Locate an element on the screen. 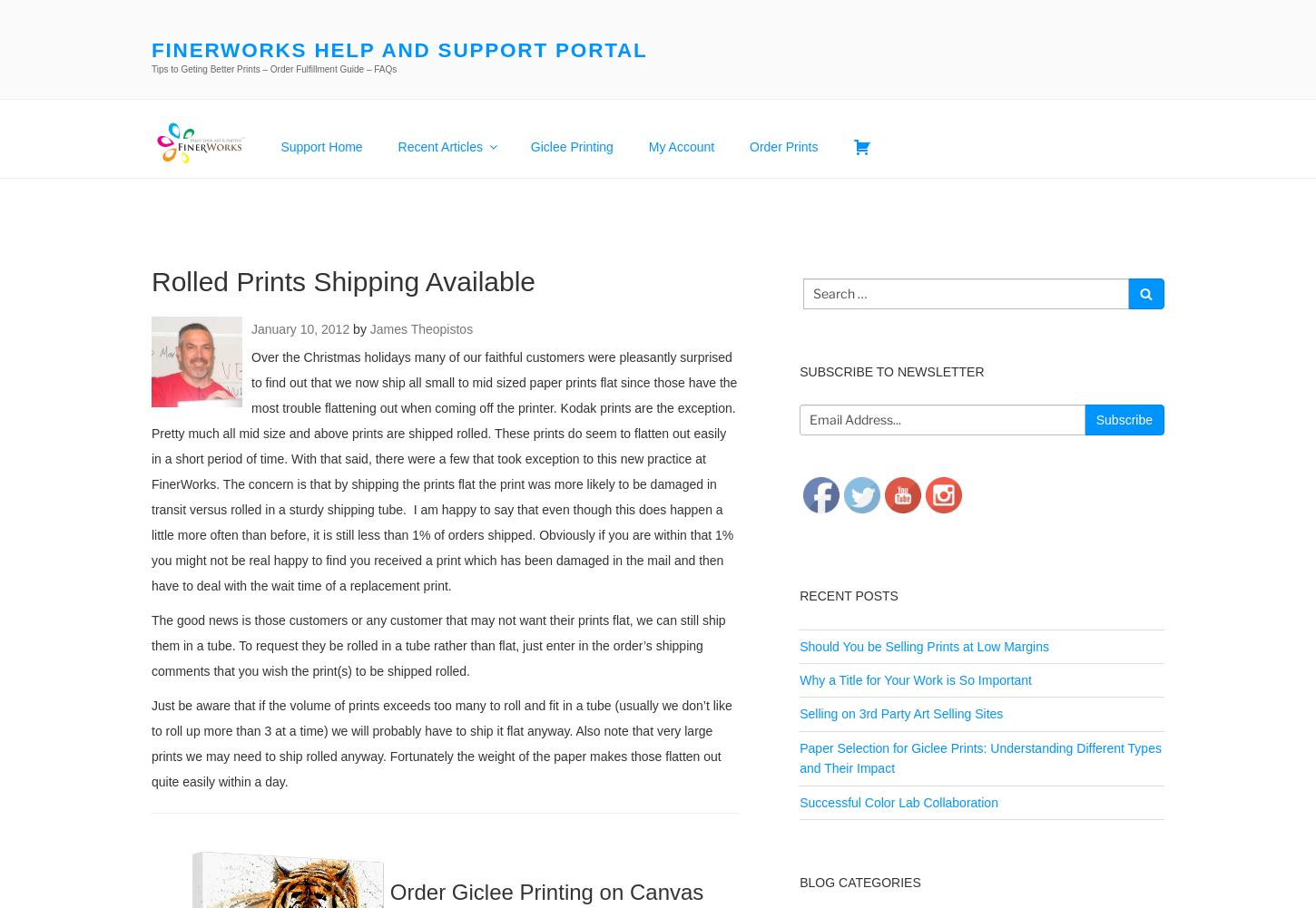  'Follow' is located at coordinates (862, 423).